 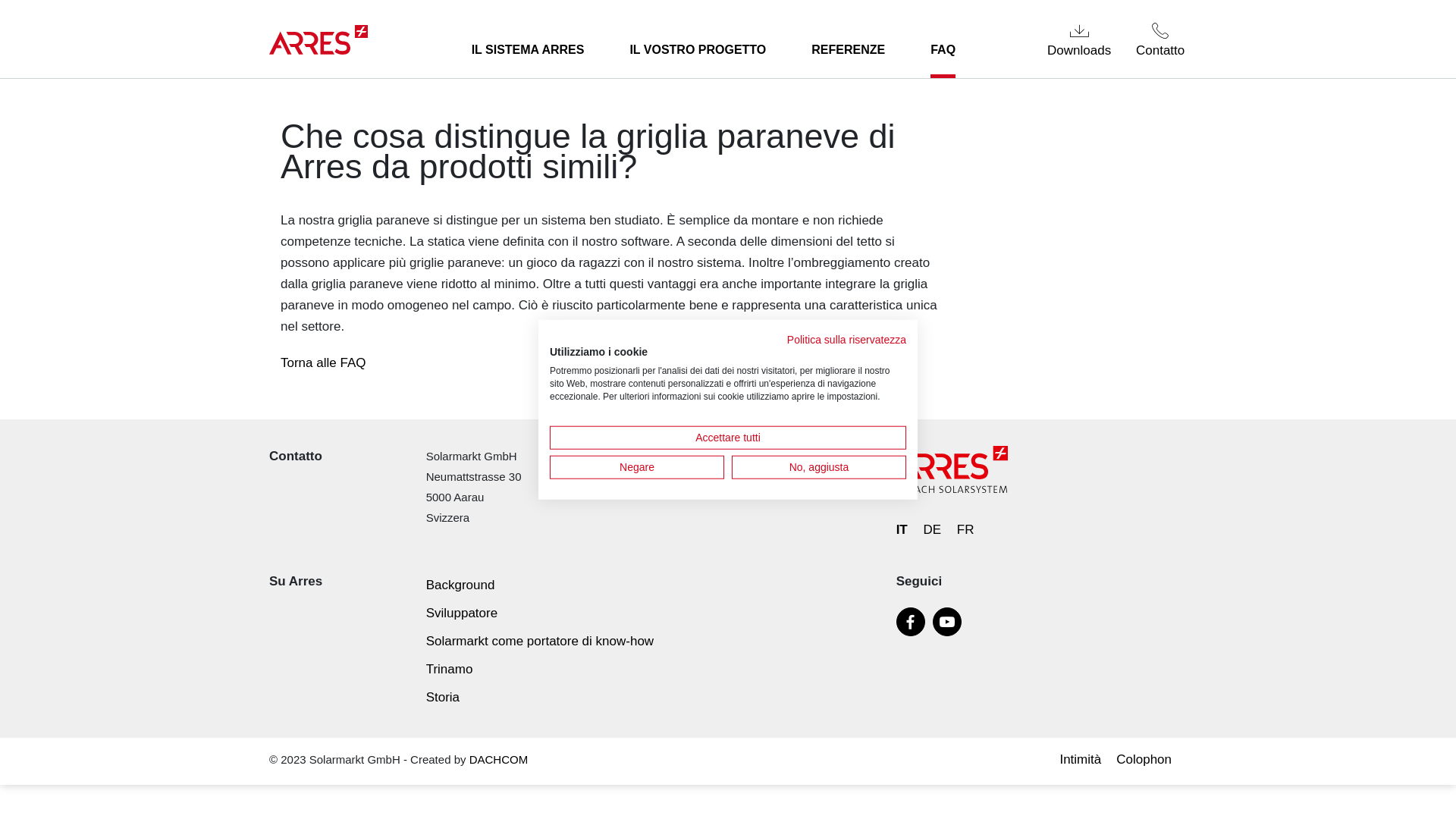 I want to click on 'IT', so click(x=902, y=529).